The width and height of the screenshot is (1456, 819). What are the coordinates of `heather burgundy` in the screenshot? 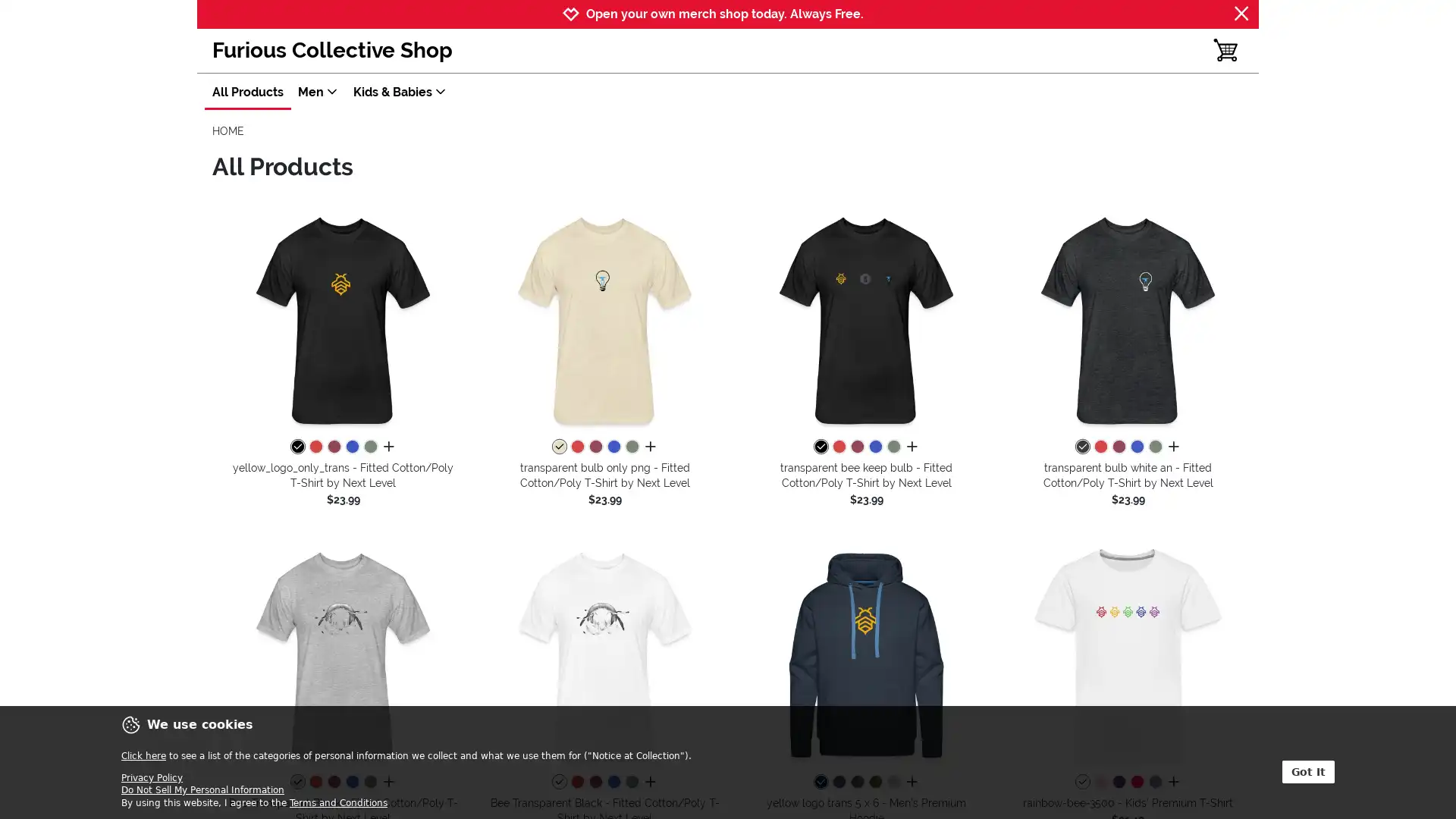 It's located at (595, 783).